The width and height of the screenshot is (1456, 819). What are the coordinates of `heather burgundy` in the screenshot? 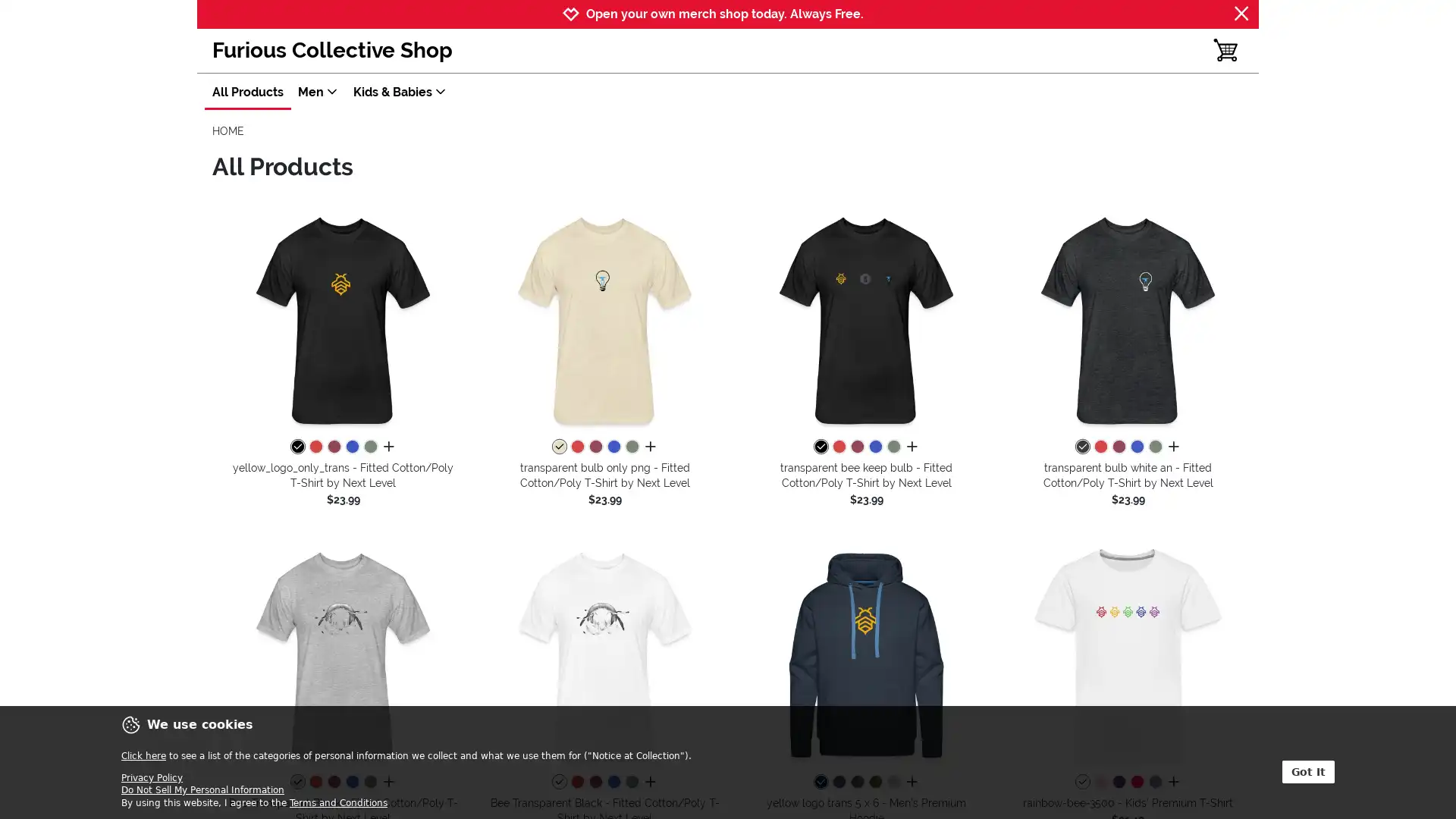 It's located at (595, 783).